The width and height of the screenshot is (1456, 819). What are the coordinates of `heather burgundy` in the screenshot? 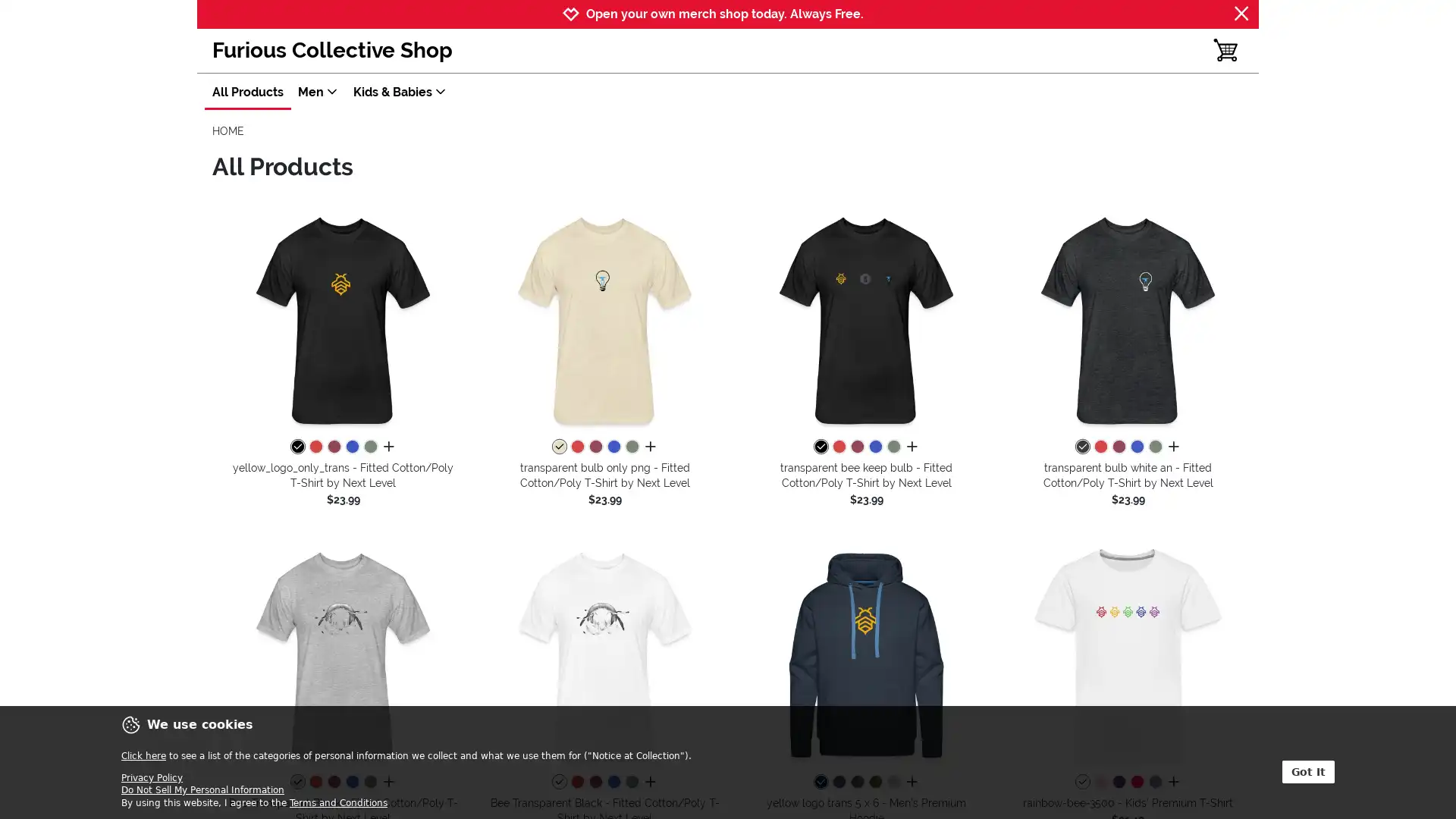 It's located at (595, 783).